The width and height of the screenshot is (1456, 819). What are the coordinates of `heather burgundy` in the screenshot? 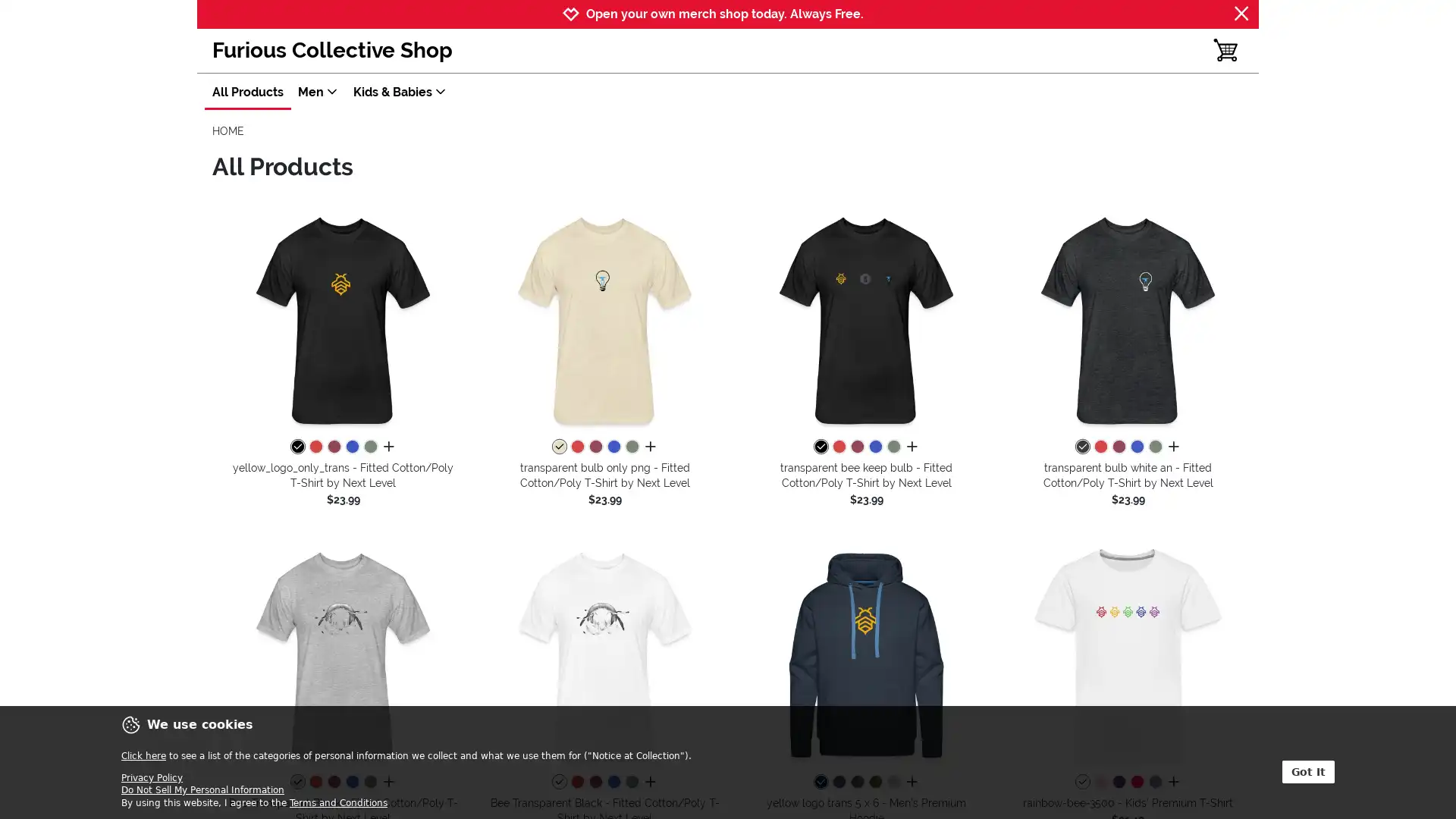 It's located at (595, 783).